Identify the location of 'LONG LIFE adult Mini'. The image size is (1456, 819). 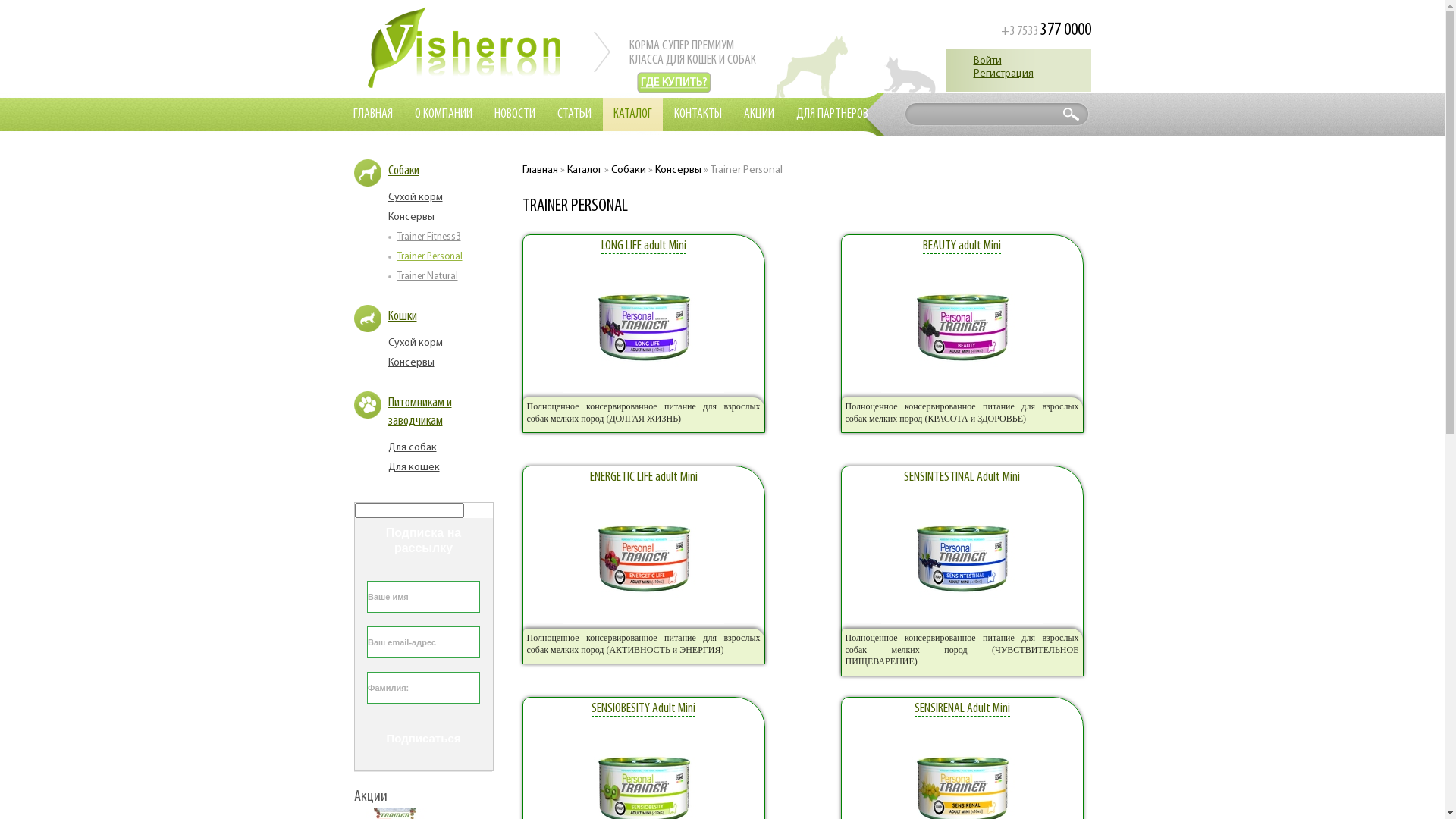
(643, 245).